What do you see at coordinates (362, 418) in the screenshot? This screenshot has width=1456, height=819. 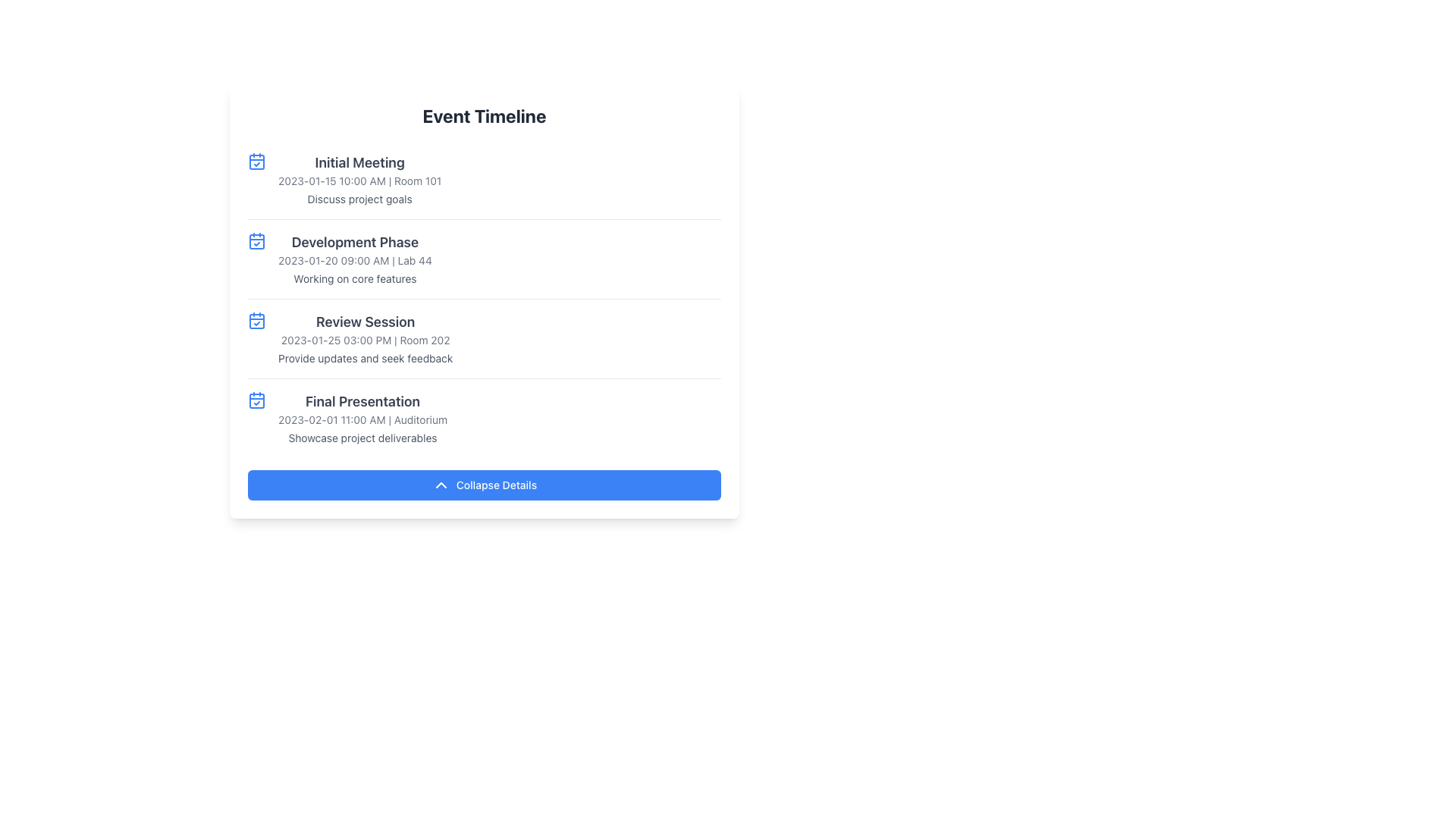 I see `displayed text of the fourth item in the vertically stacked timeline list that shows event details, located just above the blue 'Collapse Details' button` at bounding box center [362, 418].